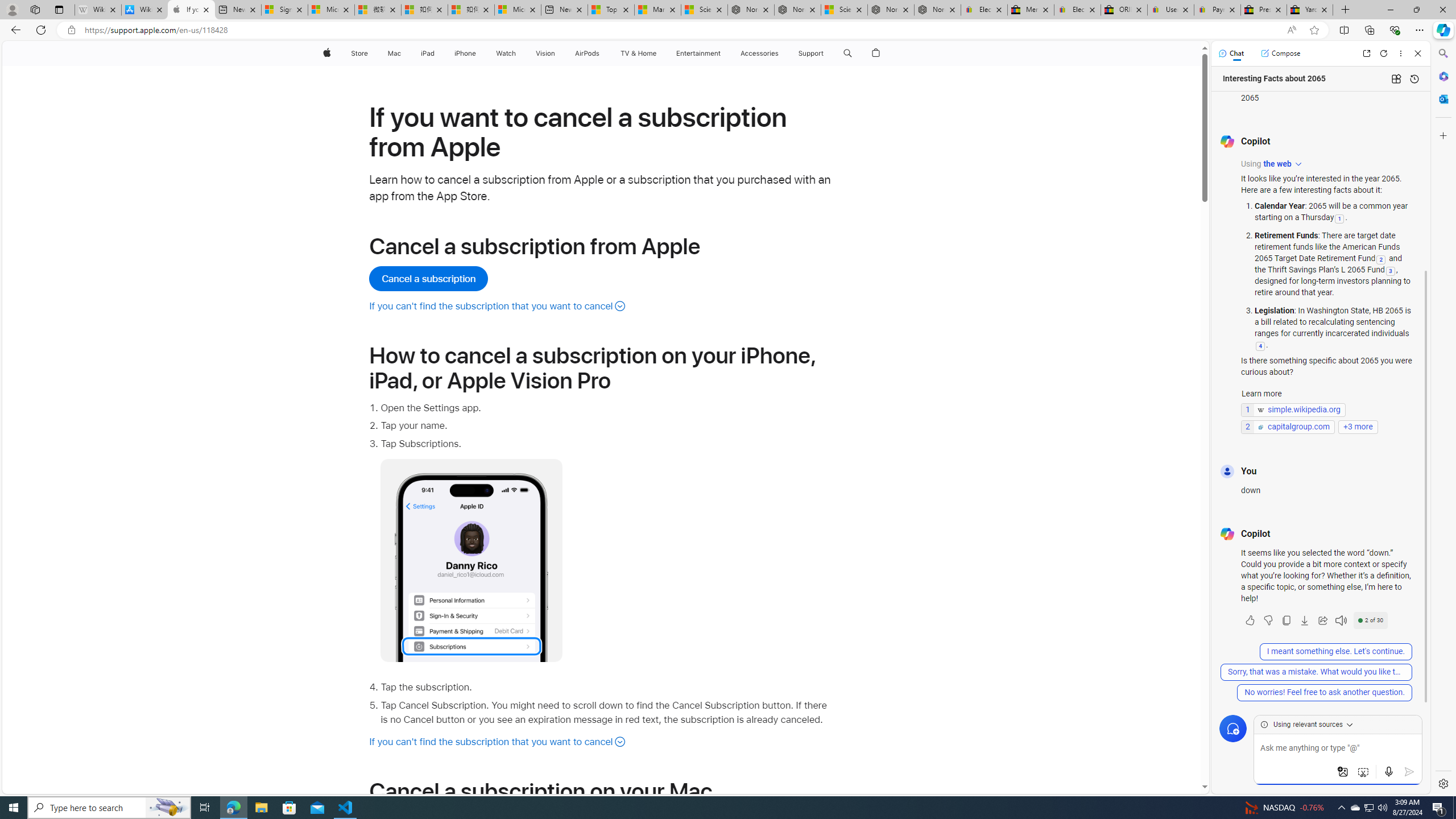 Image resolution: width=1456 pixels, height=819 pixels. Describe the element at coordinates (825, 53) in the screenshot. I see `'Support menu'` at that location.